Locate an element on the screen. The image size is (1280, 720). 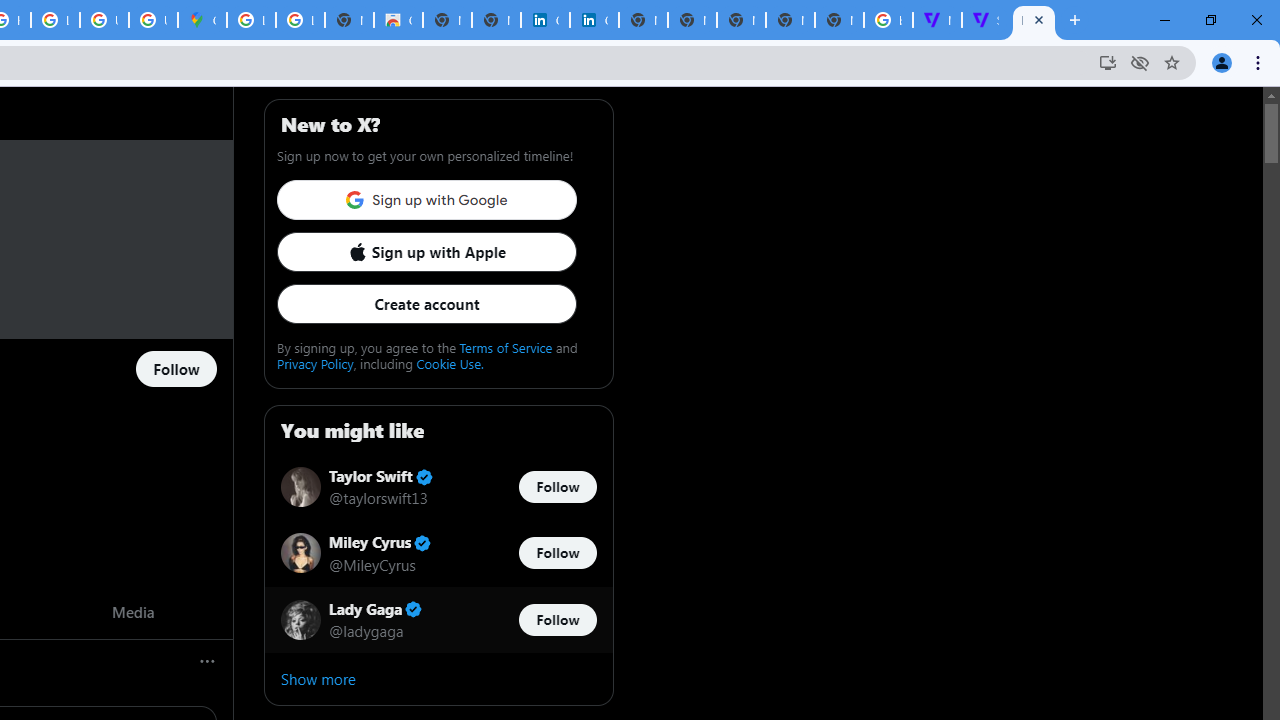
'New Tab' is located at coordinates (839, 20).